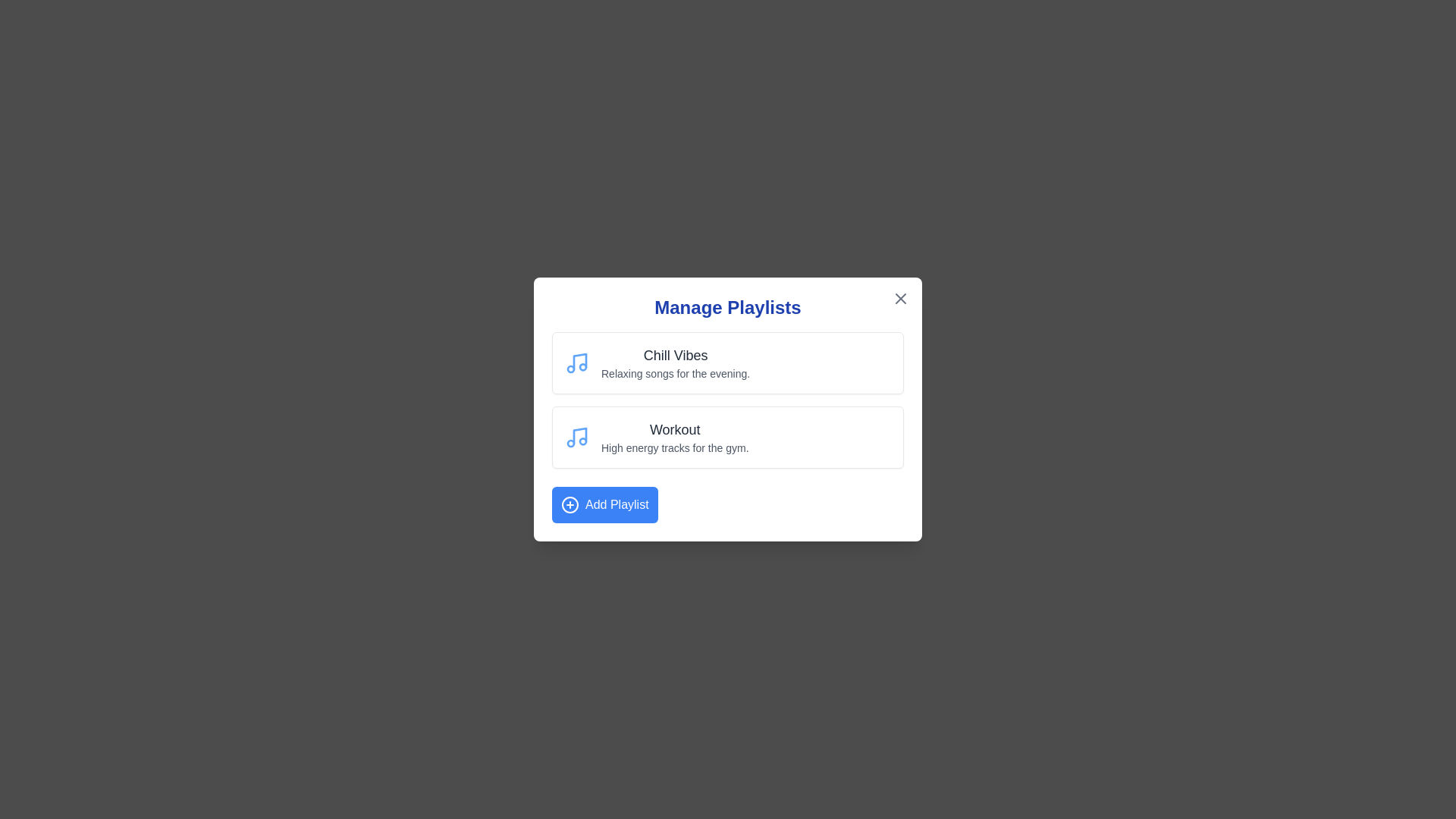  I want to click on the music note icon with a blue outline located on the left side of the 'Workout' playlist item within a card styled with a border and shadow, so click(576, 438).